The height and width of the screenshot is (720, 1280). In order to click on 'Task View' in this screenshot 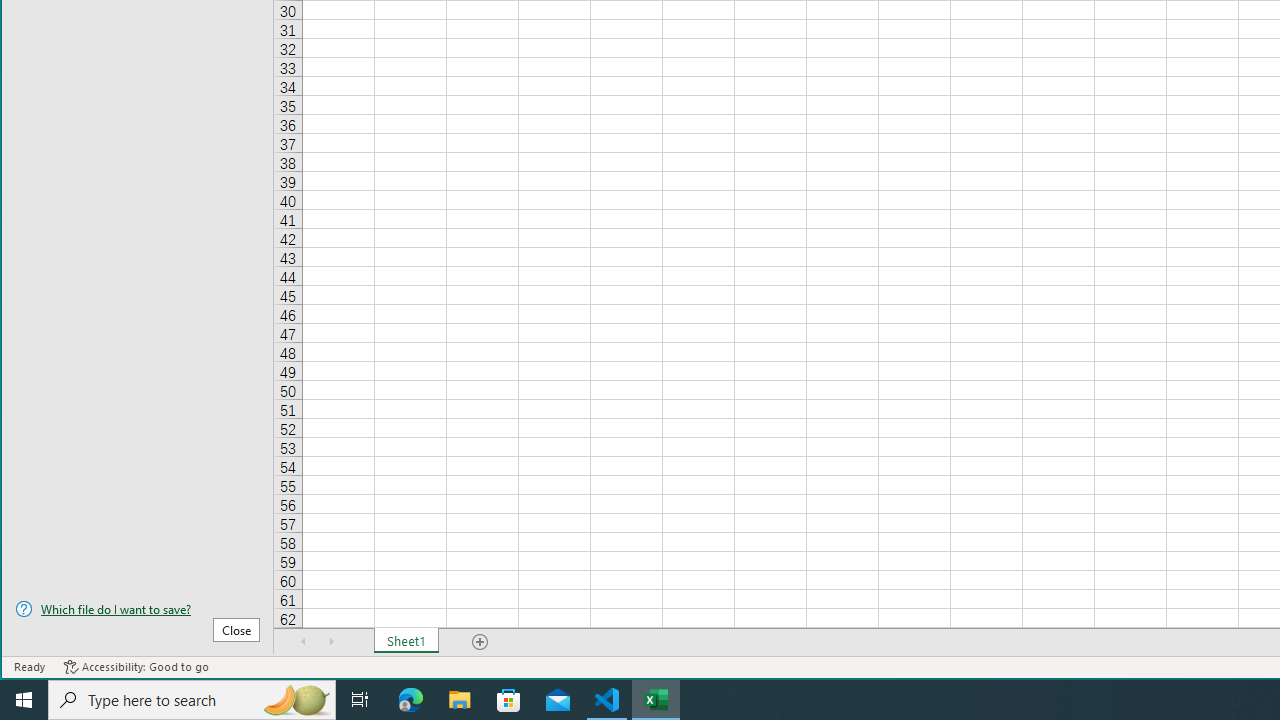, I will do `click(359, 698)`.